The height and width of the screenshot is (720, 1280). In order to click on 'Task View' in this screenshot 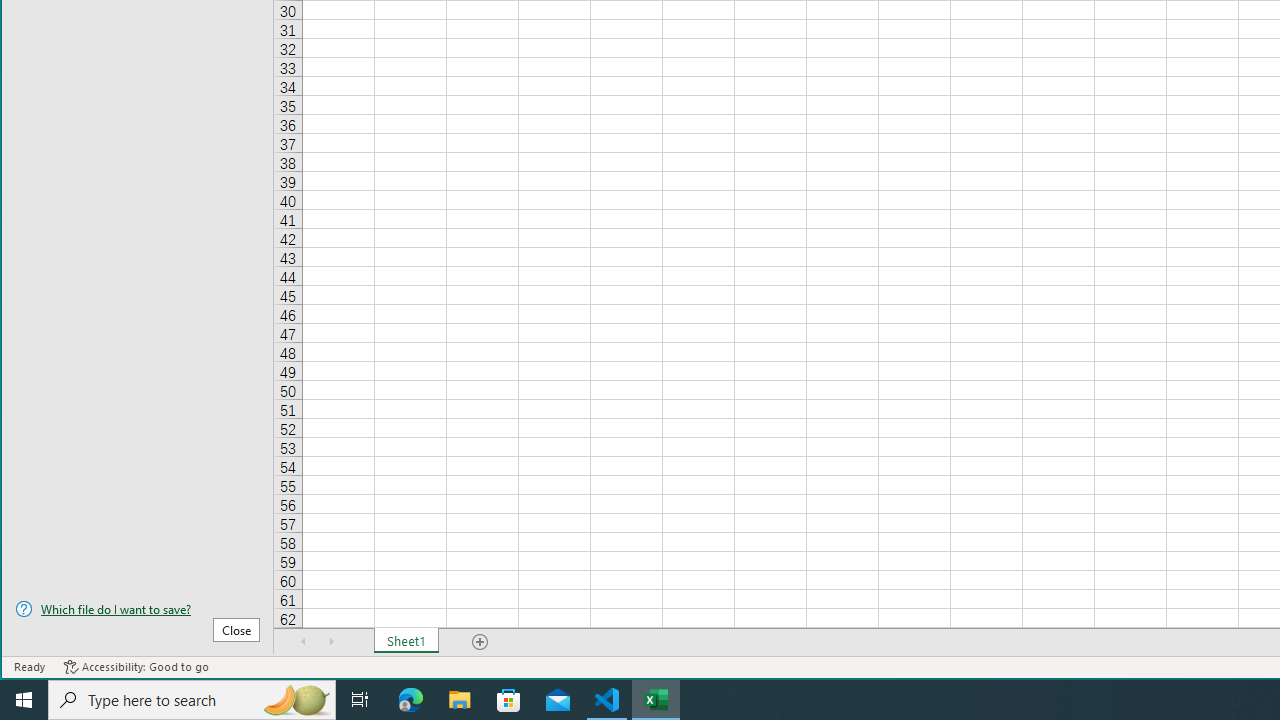, I will do `click(359, 698)`.